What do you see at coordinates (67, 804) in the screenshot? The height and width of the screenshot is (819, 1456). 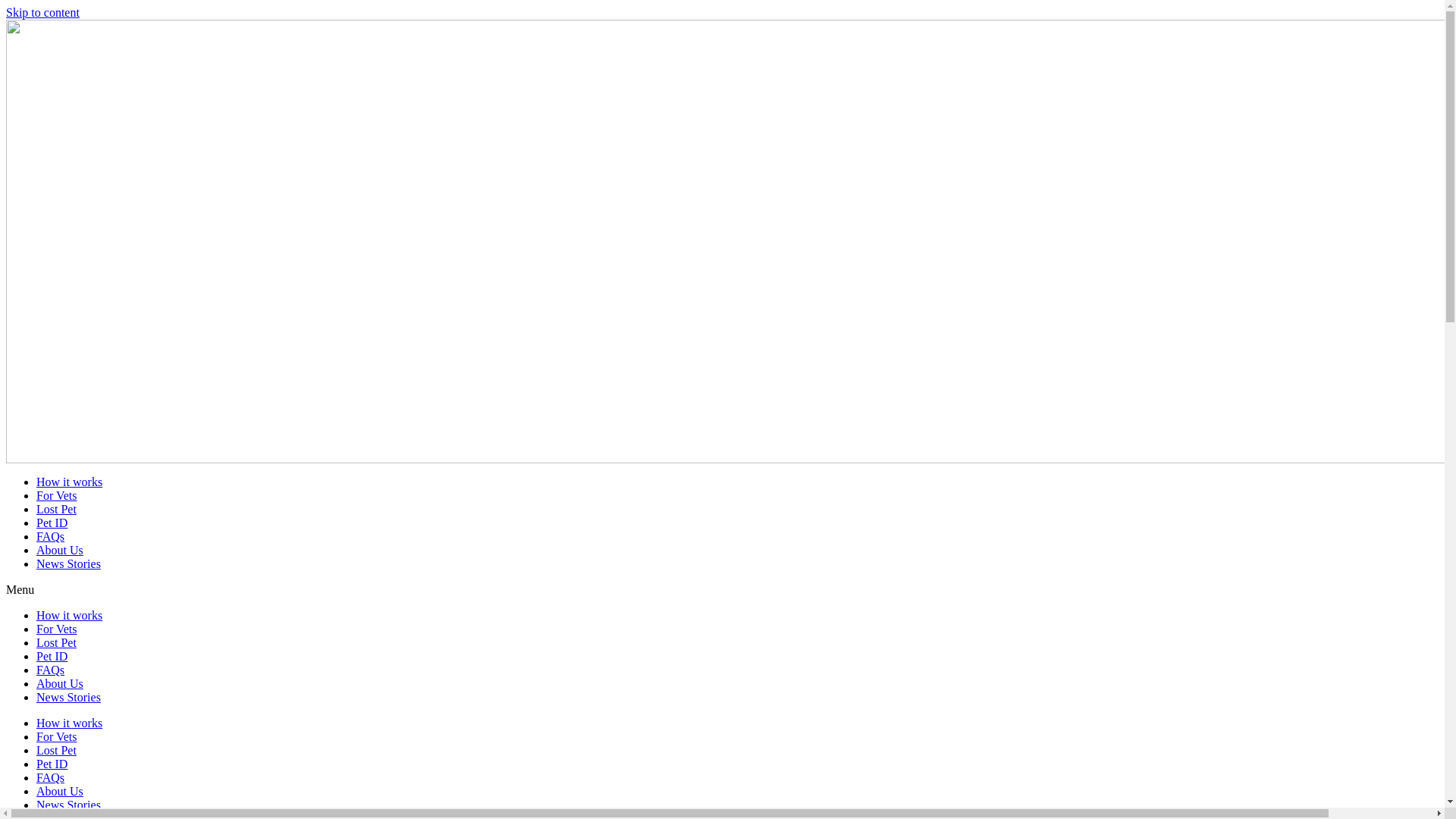 I see `'News Stories'` at bounding box center [67, 804].